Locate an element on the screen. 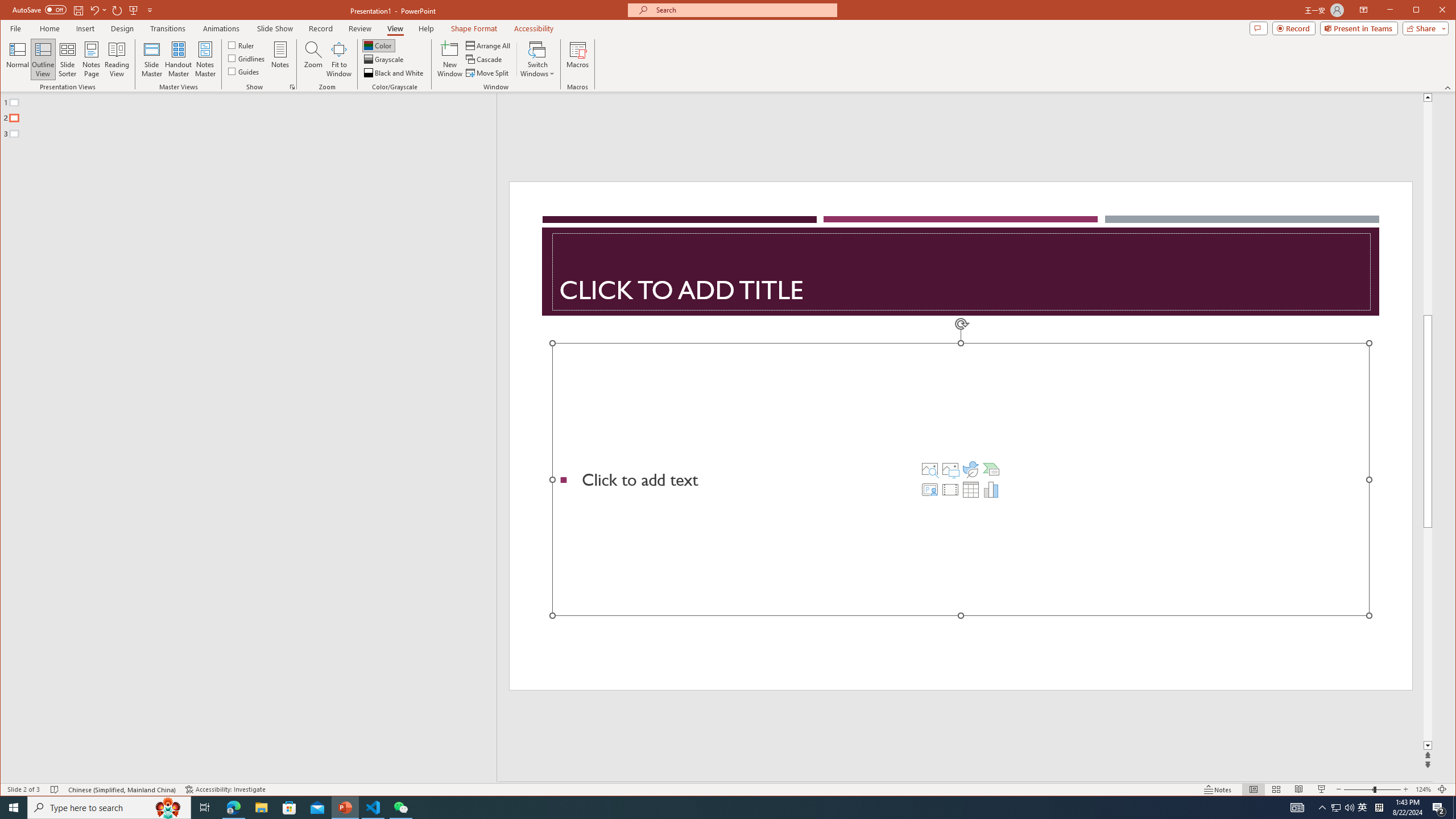 The width and height of the screenshot is (1456, 819). 'Fit to Window' is located at coordinates (338, 59).